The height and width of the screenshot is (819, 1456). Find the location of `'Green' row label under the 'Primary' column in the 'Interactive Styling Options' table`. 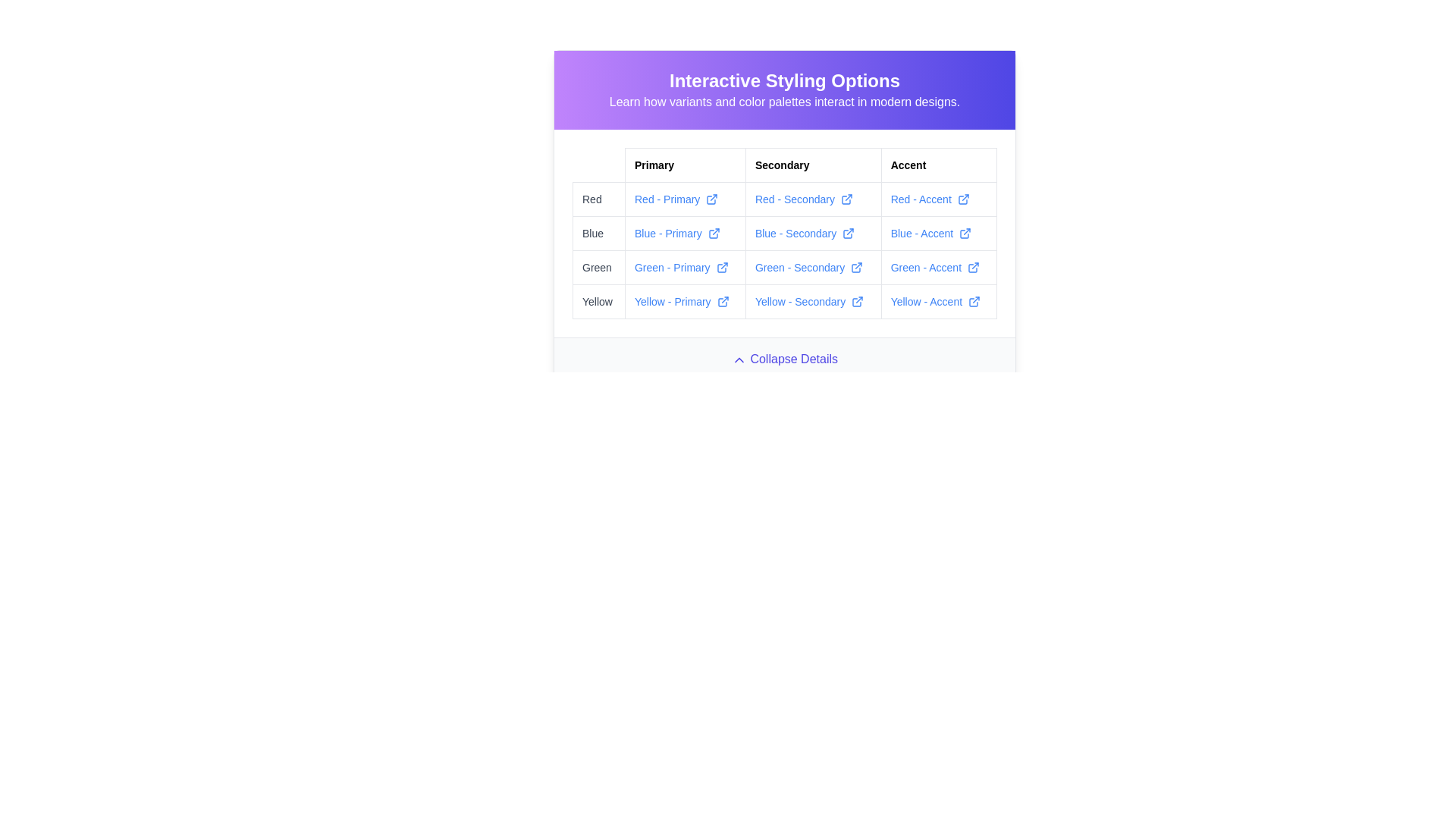

'Green' row label under the 'Primary' column in the 'Interactive Styling Options' table is located at coordinates (598, 267).